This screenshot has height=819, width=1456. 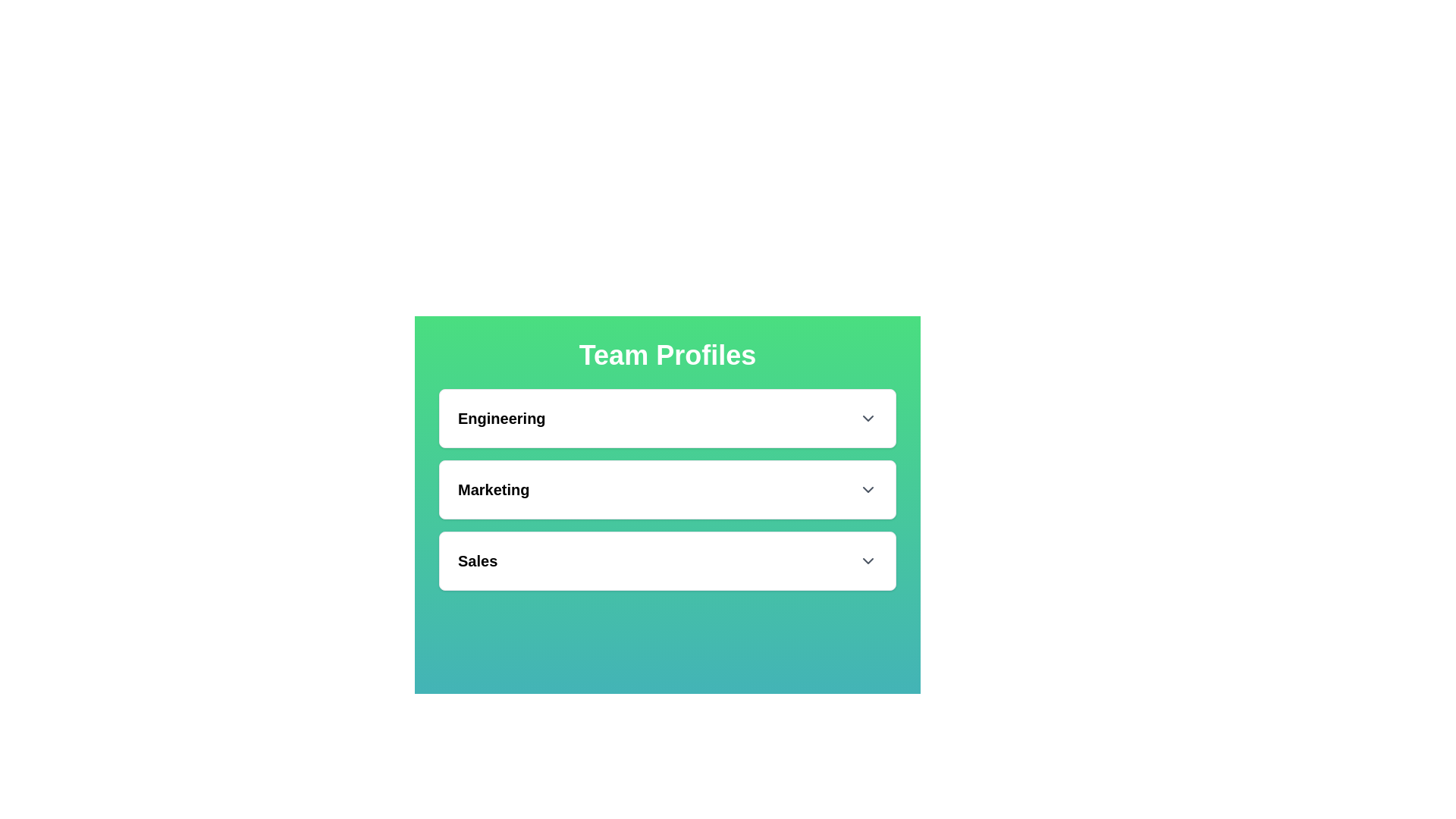 I want to click on the 'Engineering' dropdown menu item located at the top of the 'Team Profiles' panel, so click(x=667, y=418).